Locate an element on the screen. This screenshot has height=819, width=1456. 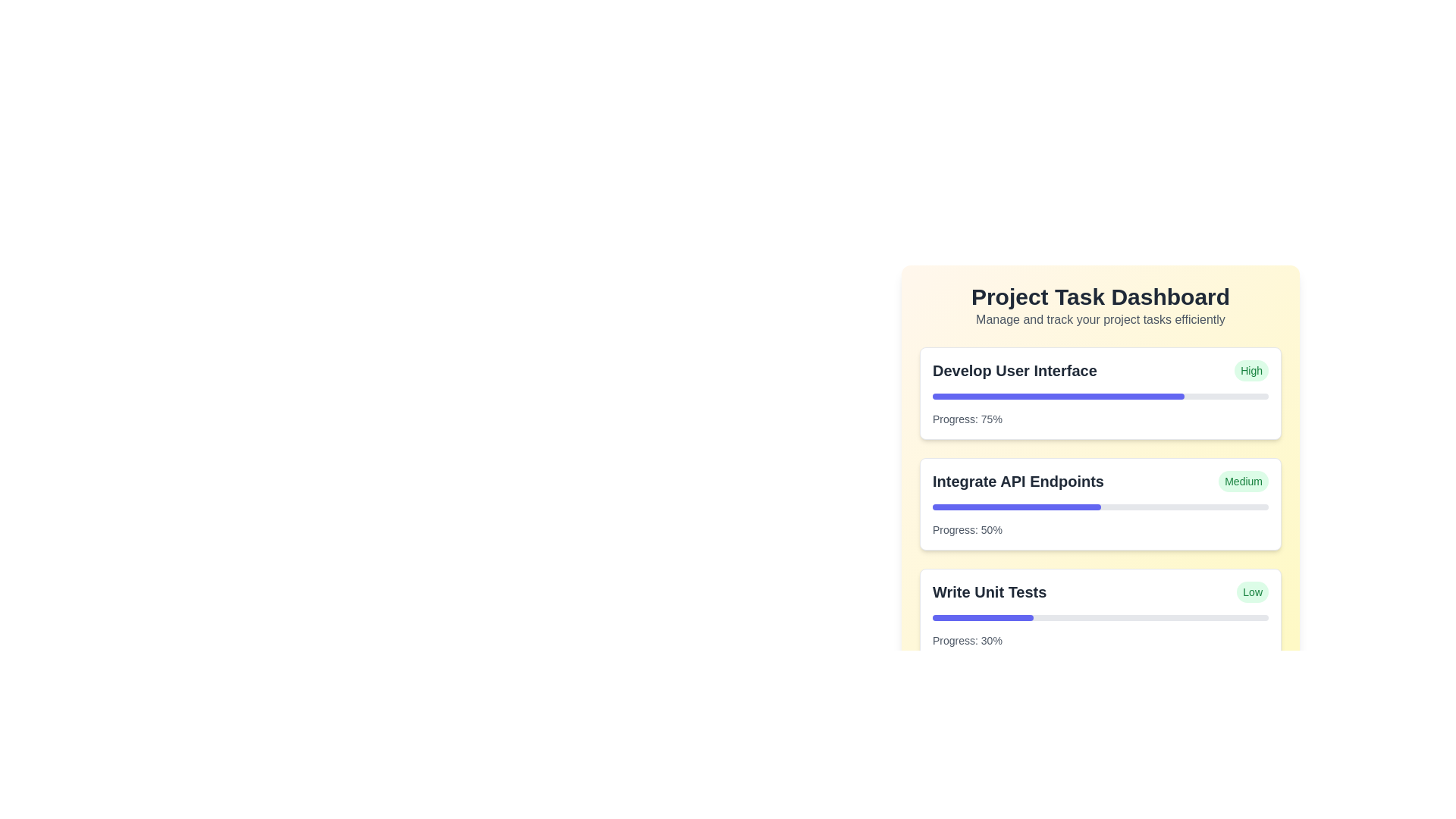
text content of the text label displaying 'Progress: 75%' located under the progress bar in the 'Develop User Interface' task card of the 'Project Task Dashboard' is located at coordinates (966, 419).